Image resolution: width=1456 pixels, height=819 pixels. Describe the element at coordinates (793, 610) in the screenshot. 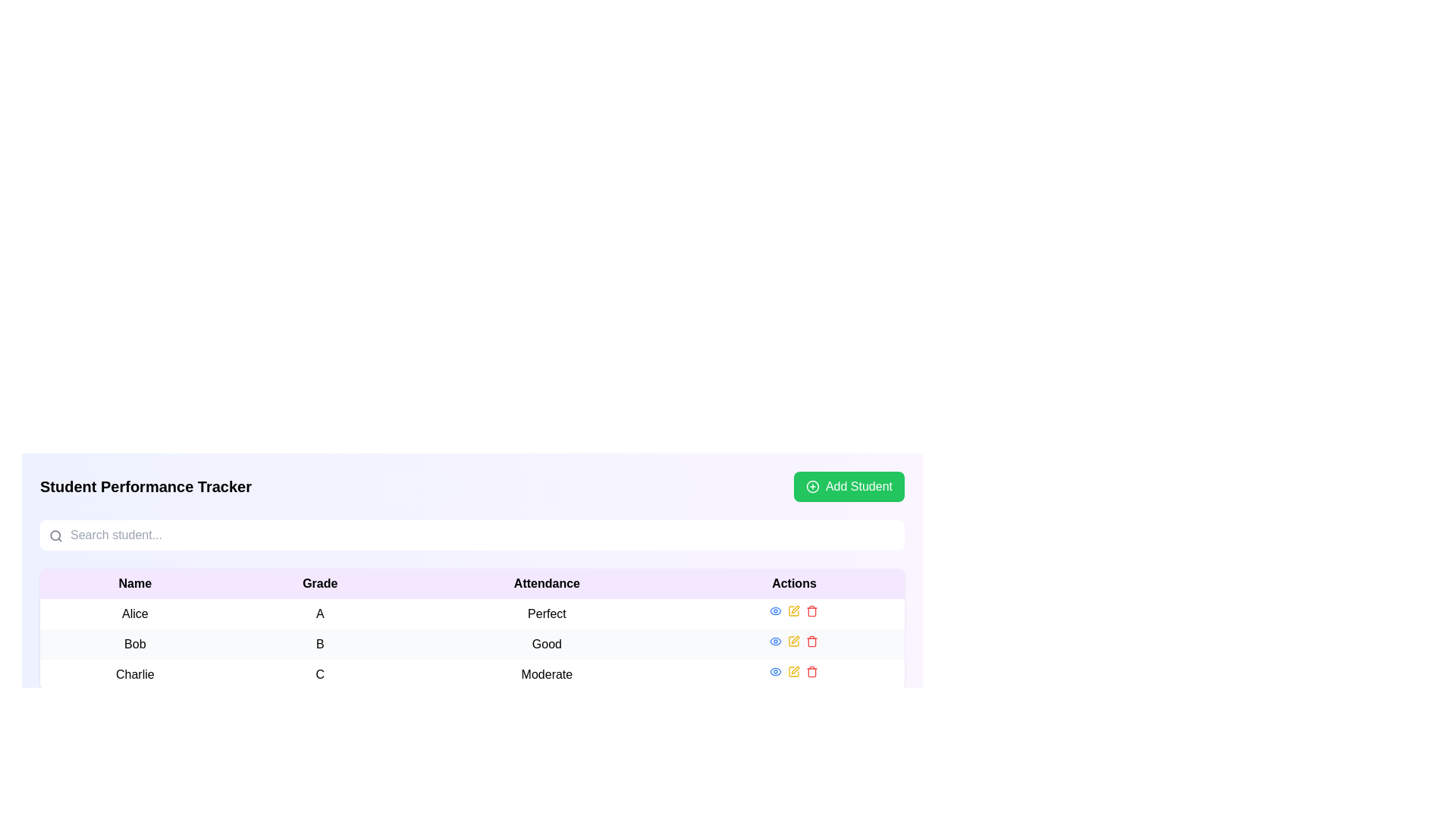

I see `the edit action icon located in the Action column of the table associated with student Alice, which is styled with fine outlines and is a square shape` at that location.